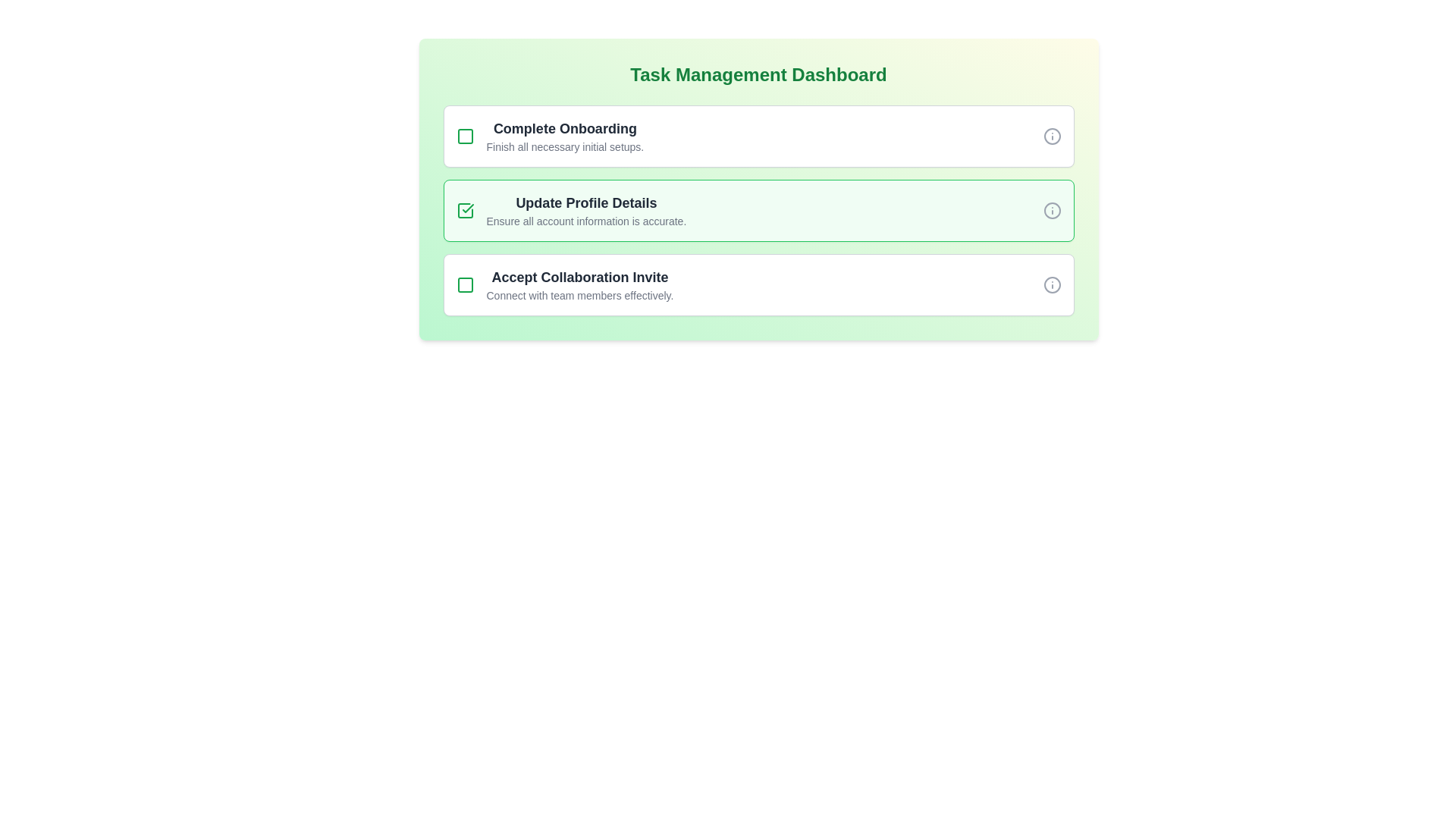 This screenshot has height=819, width=1456. What do you see at coordinates (1051, 136) in the screenshot?
I see `the SVG Circle element that has a hollow gray outline, which represents informational content, located near the right end of the second task item in the task list interface` at bounding box center [1051, 136].